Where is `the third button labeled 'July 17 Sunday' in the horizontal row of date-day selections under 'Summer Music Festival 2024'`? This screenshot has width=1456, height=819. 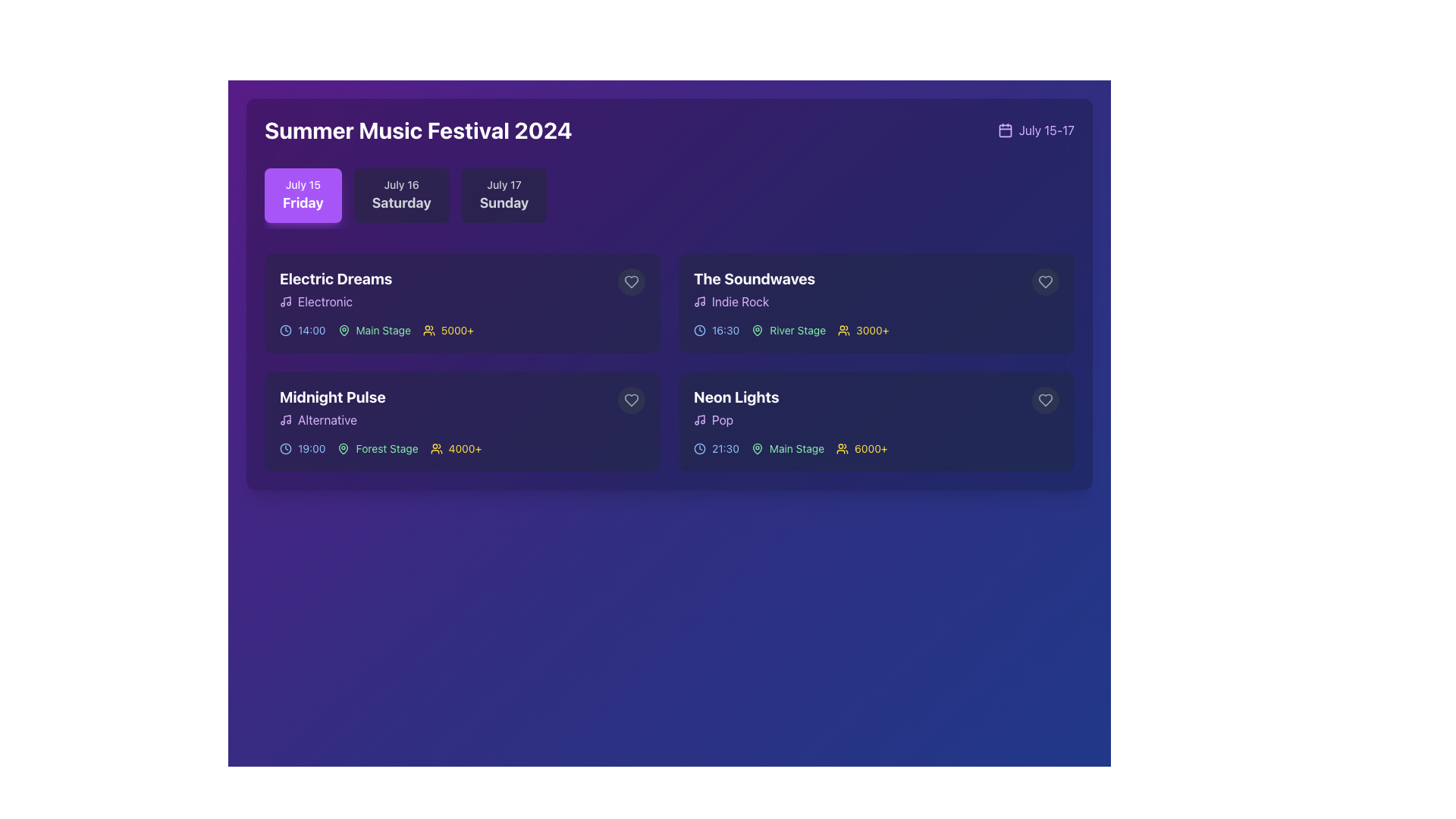 the third button labeled 'July 17 Sunday' in the horizontal row of date-day selections under 'Summer Music Festival 2024' is located at coordinates (504, 195).